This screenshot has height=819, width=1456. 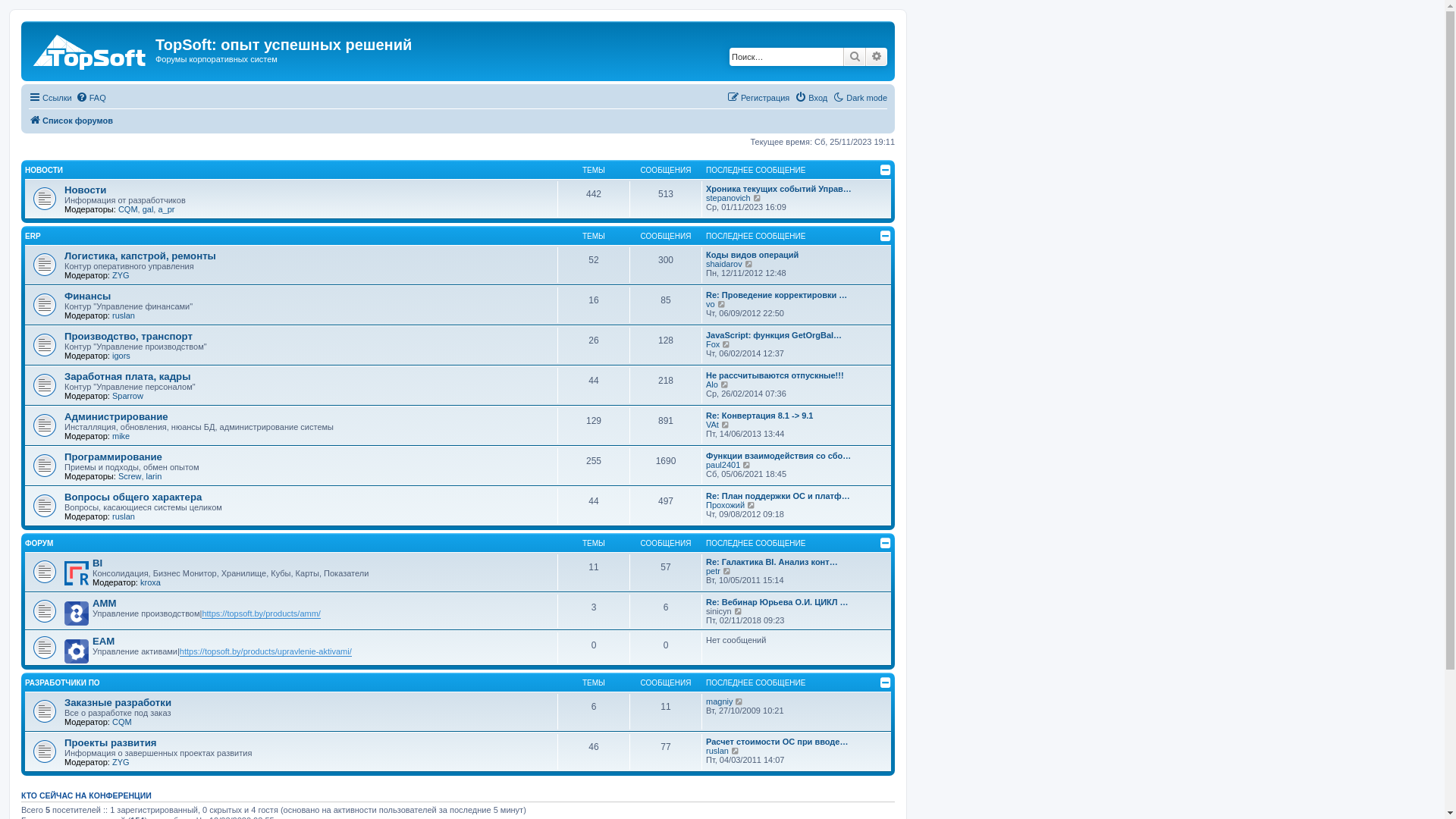 I want to click on 'ZYG', so click(x=120, y=762).